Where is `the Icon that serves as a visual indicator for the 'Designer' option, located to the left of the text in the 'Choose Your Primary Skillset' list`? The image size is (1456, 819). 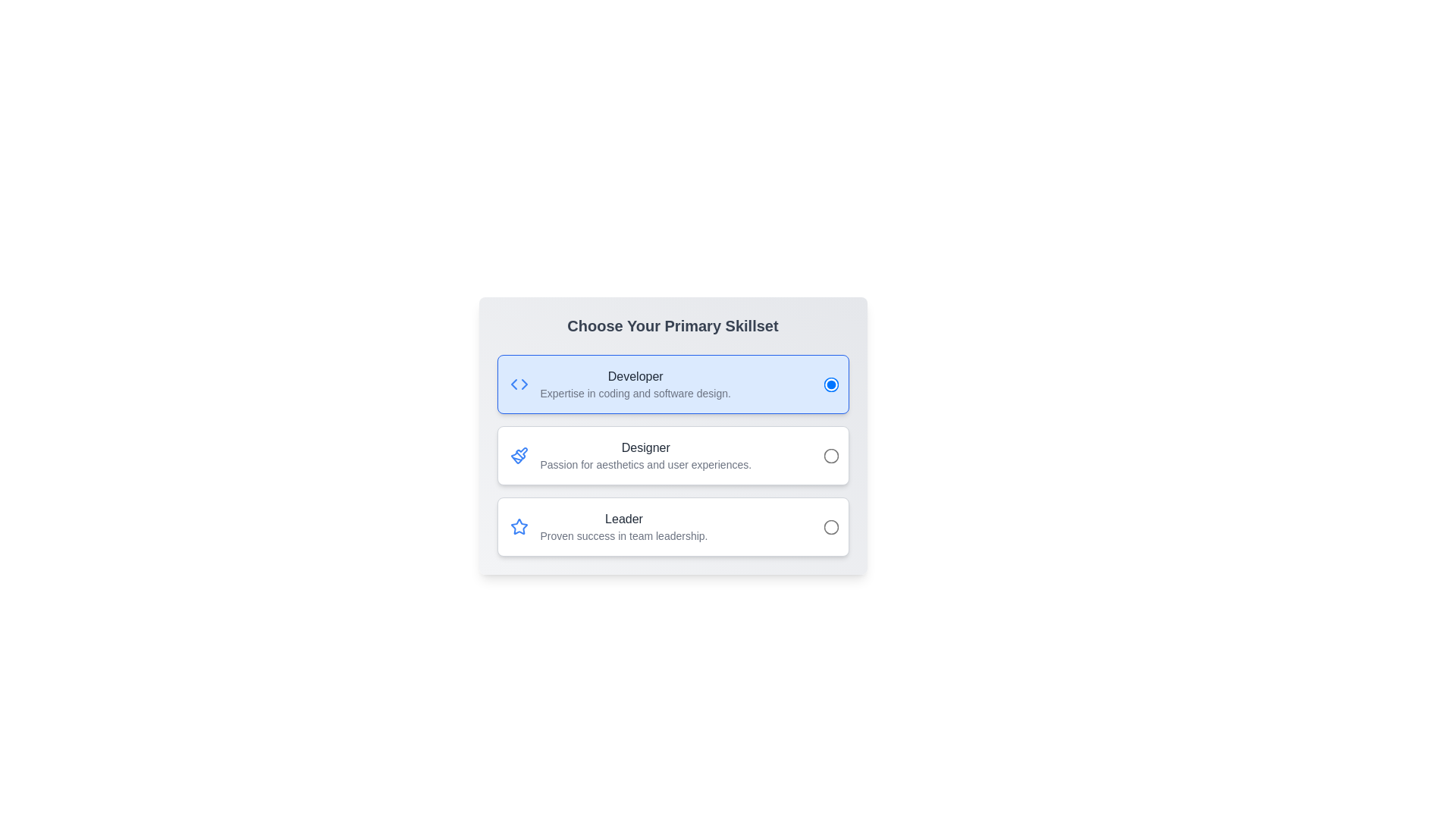
the Icon that serves as a visual indicator for the 'Designer' option, located to the left of the text in the 'Choose Your Primary Skillset' list is located at coordinates (519, 526).